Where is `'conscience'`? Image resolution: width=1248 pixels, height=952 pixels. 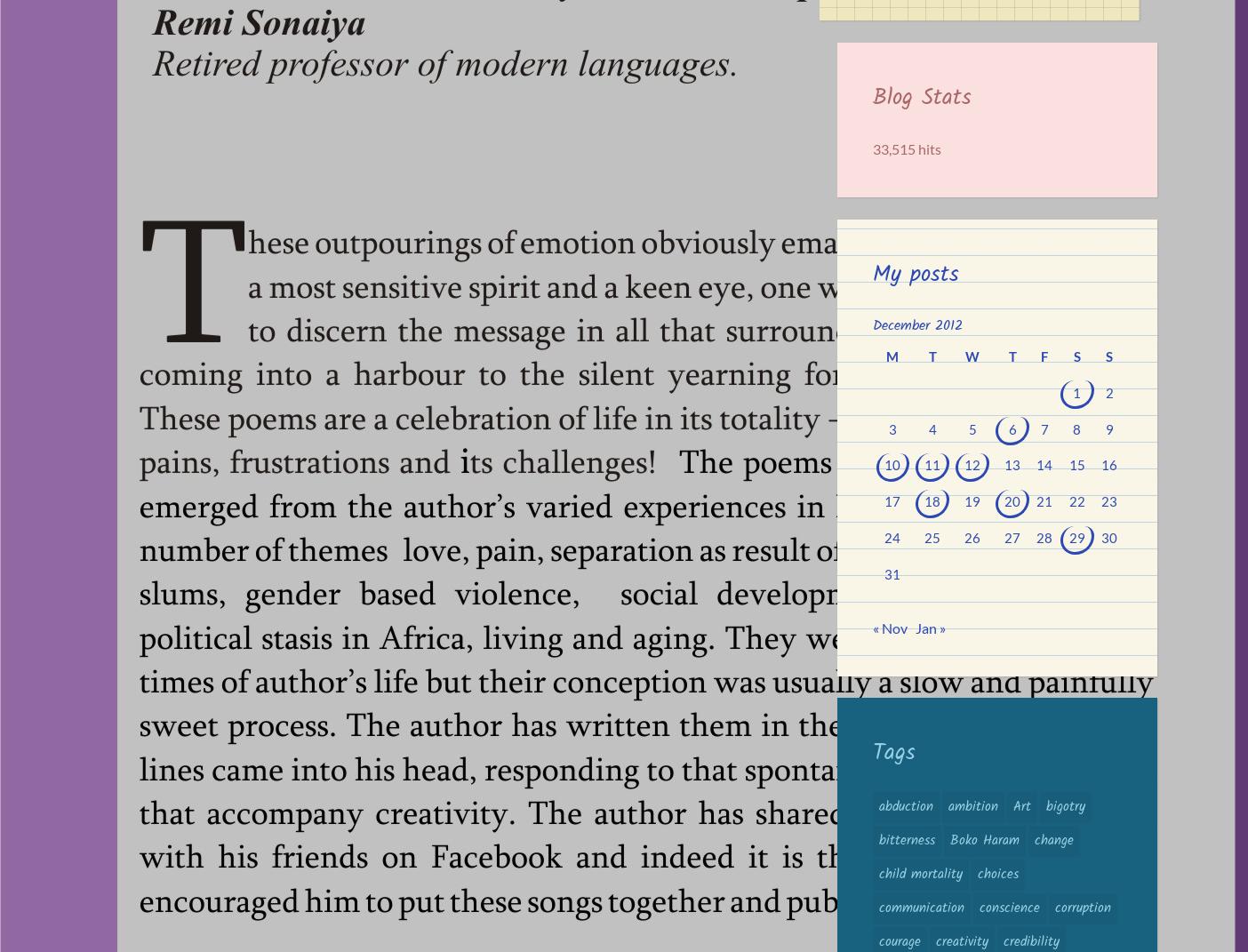 'conscience' is located at coordinates (1008, 907).